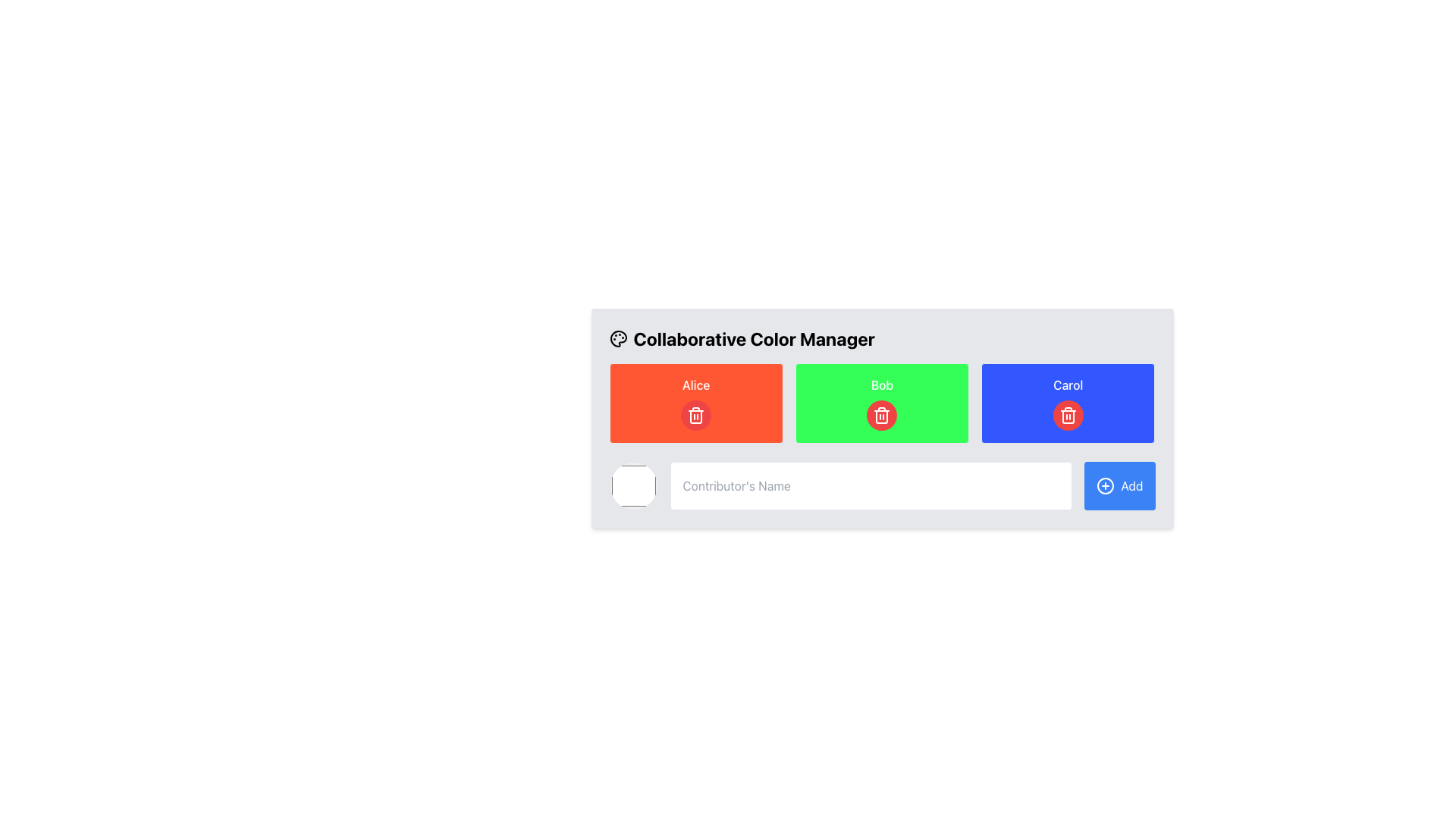 The height and width of the screenshot is (819, 1456). What do you see at coordinates (882, 415) in the screenshot?
I see `the circular red button with a trash bin icon centered on it` at bounding box center [882, 415].